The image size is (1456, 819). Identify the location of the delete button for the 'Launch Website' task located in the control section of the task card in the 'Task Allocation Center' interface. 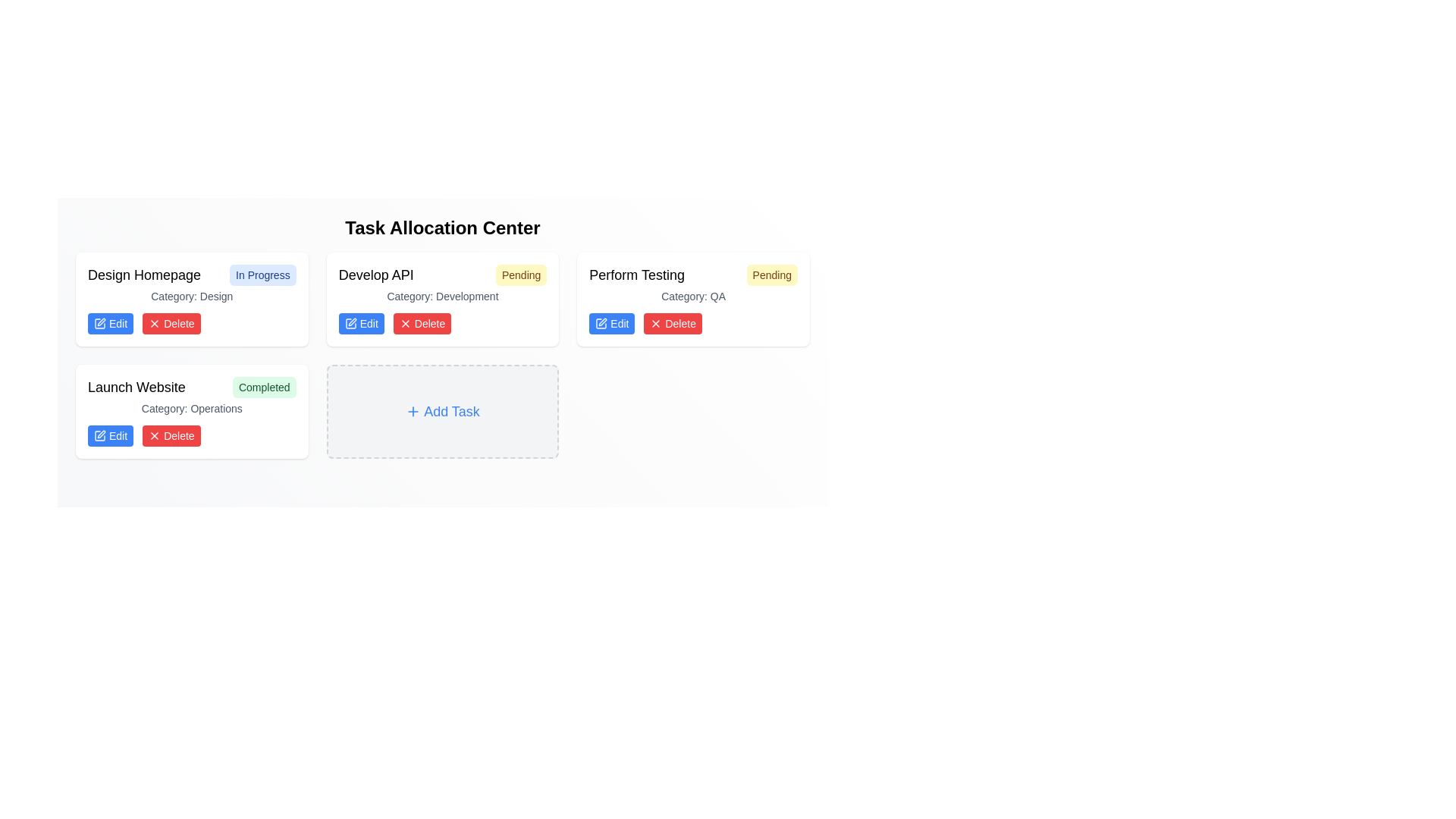
(171, 435).